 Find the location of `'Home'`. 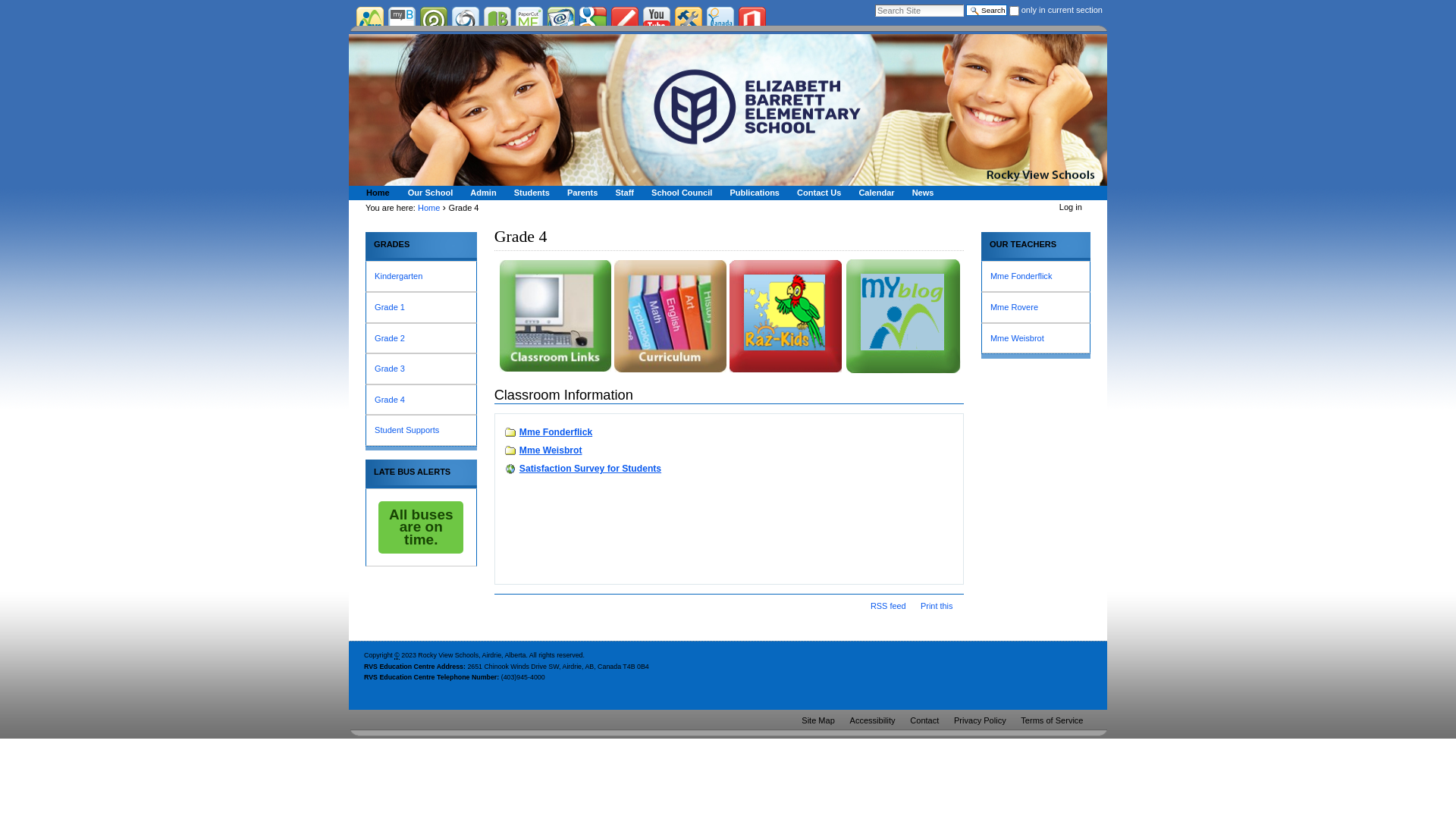

'Home' is located at coordinates (428, 207).